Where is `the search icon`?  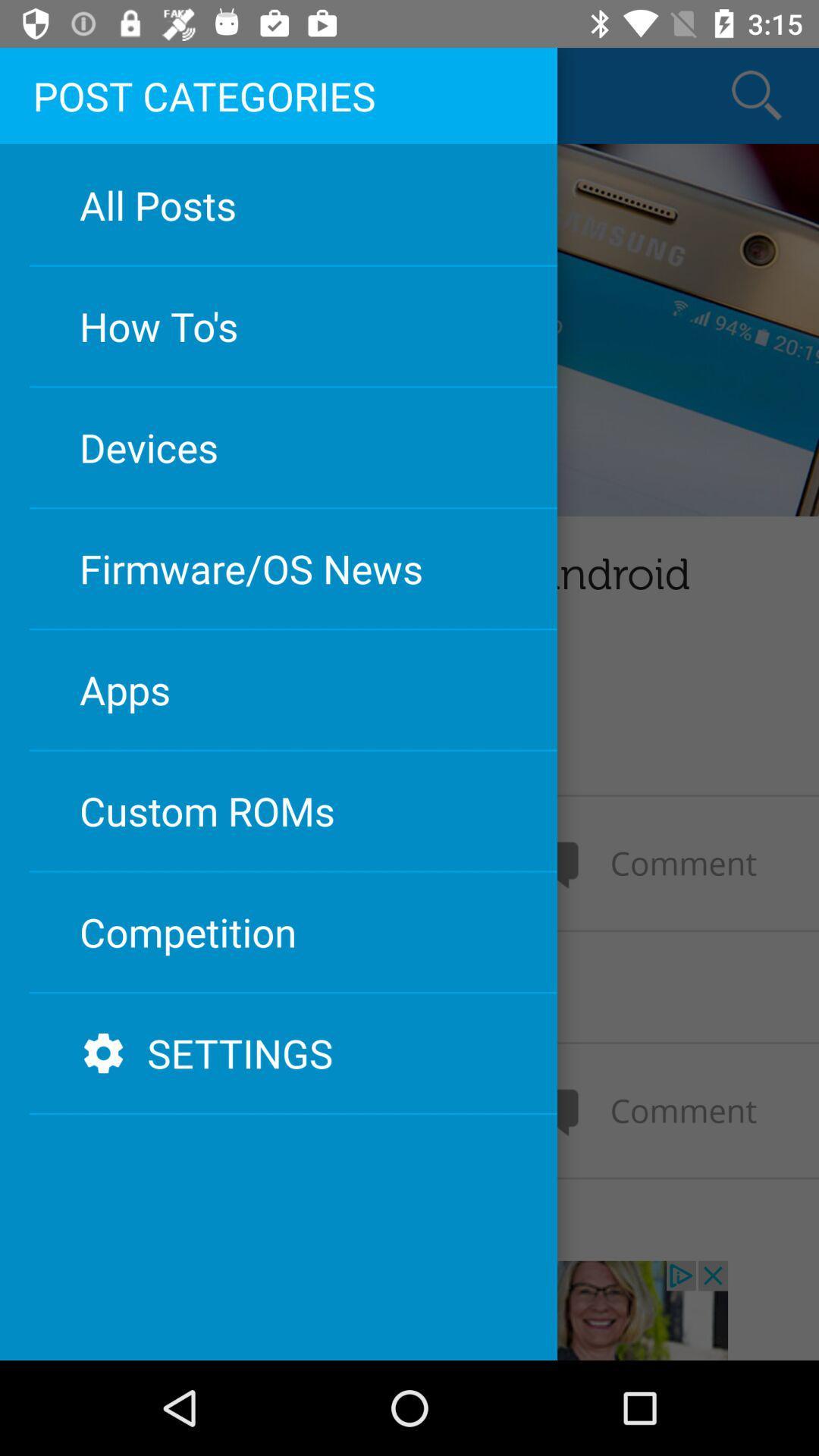
the search icon is located at coordinates (737, 95).